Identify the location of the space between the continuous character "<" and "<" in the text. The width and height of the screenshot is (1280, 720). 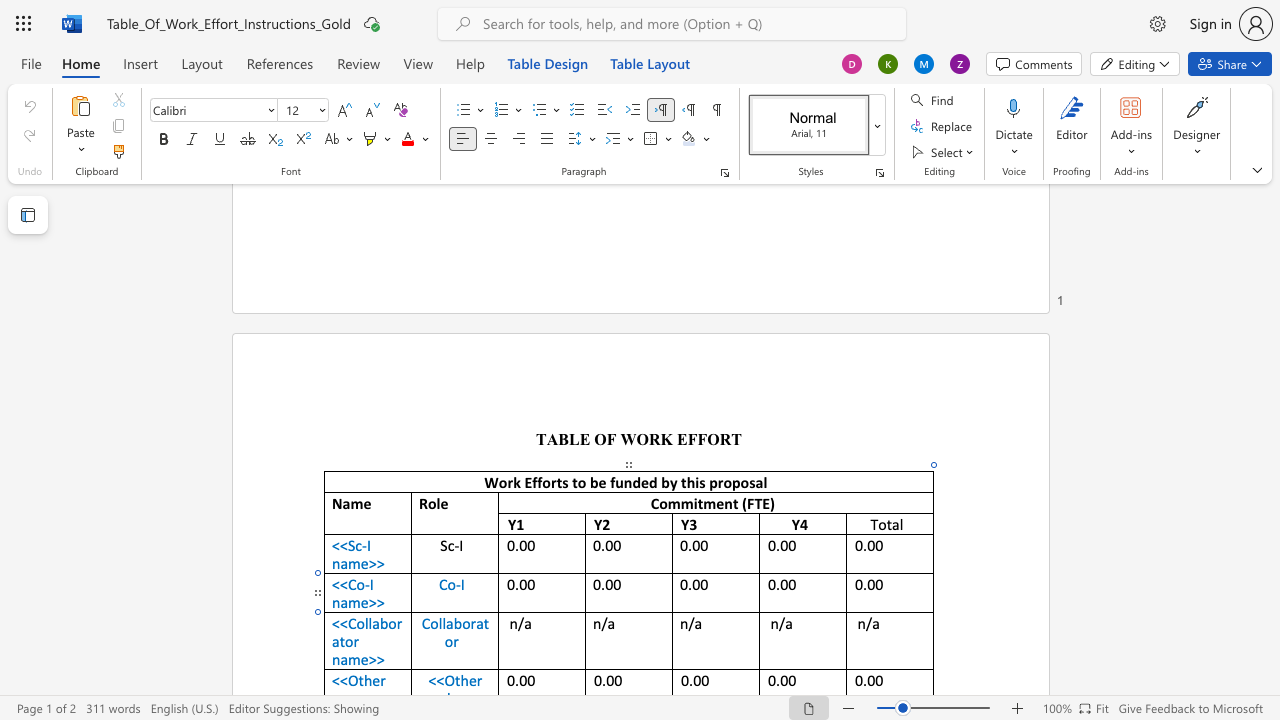
(339, 622).